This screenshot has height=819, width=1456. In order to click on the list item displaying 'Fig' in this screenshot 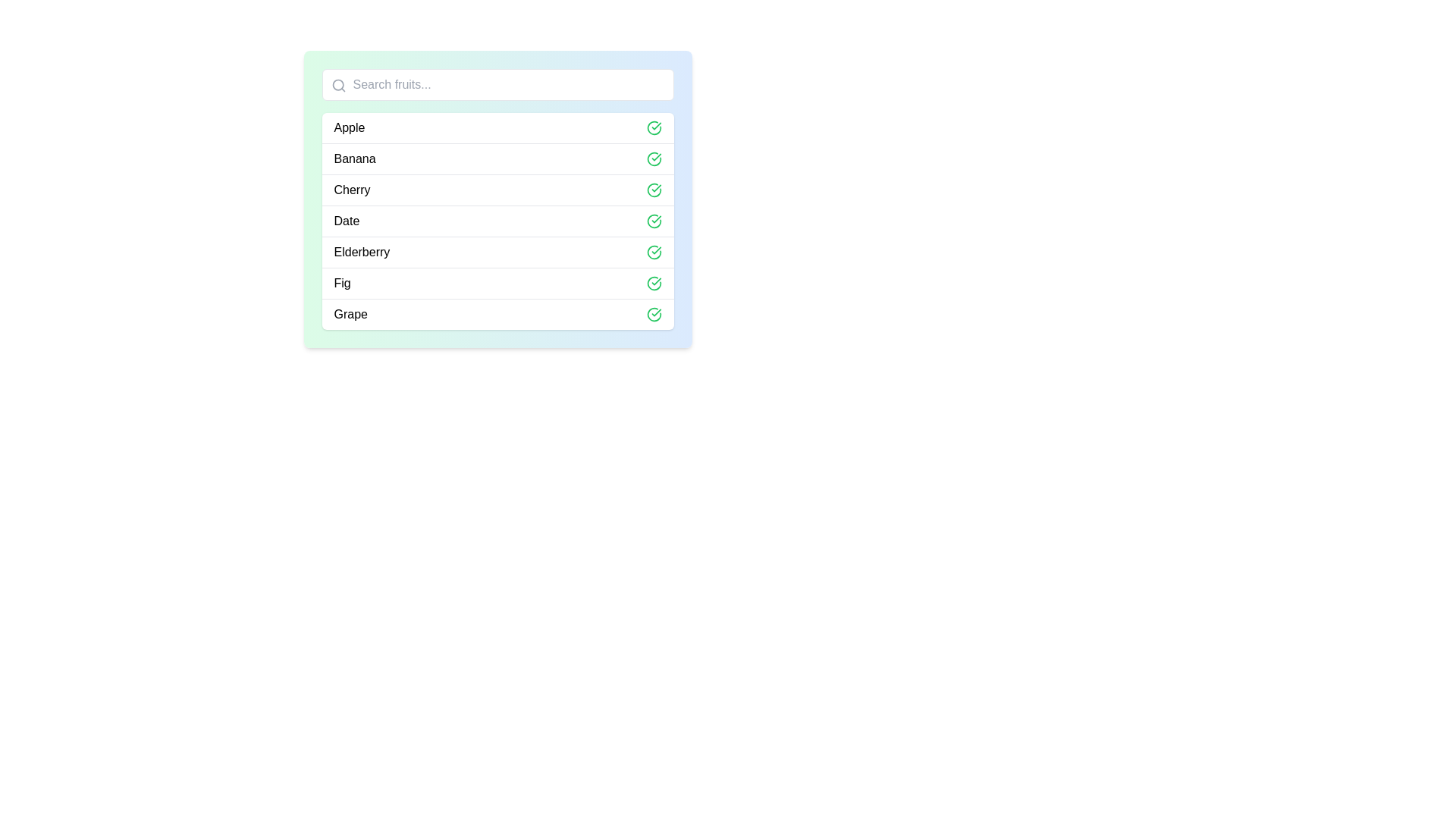, I will do `click(497, 283)`.